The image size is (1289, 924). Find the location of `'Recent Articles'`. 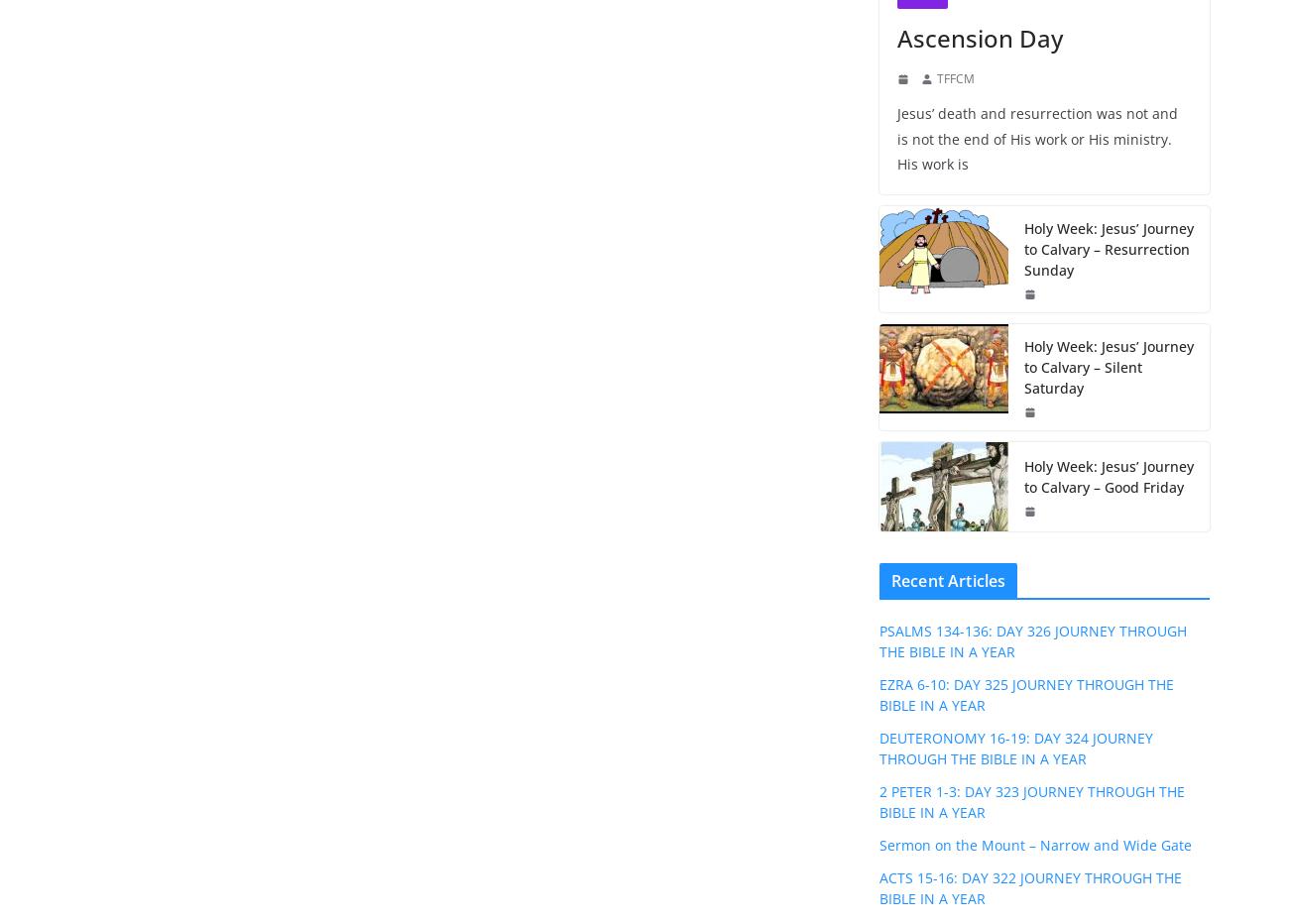

'Recent Articles' is located at coordinates (889, 580).